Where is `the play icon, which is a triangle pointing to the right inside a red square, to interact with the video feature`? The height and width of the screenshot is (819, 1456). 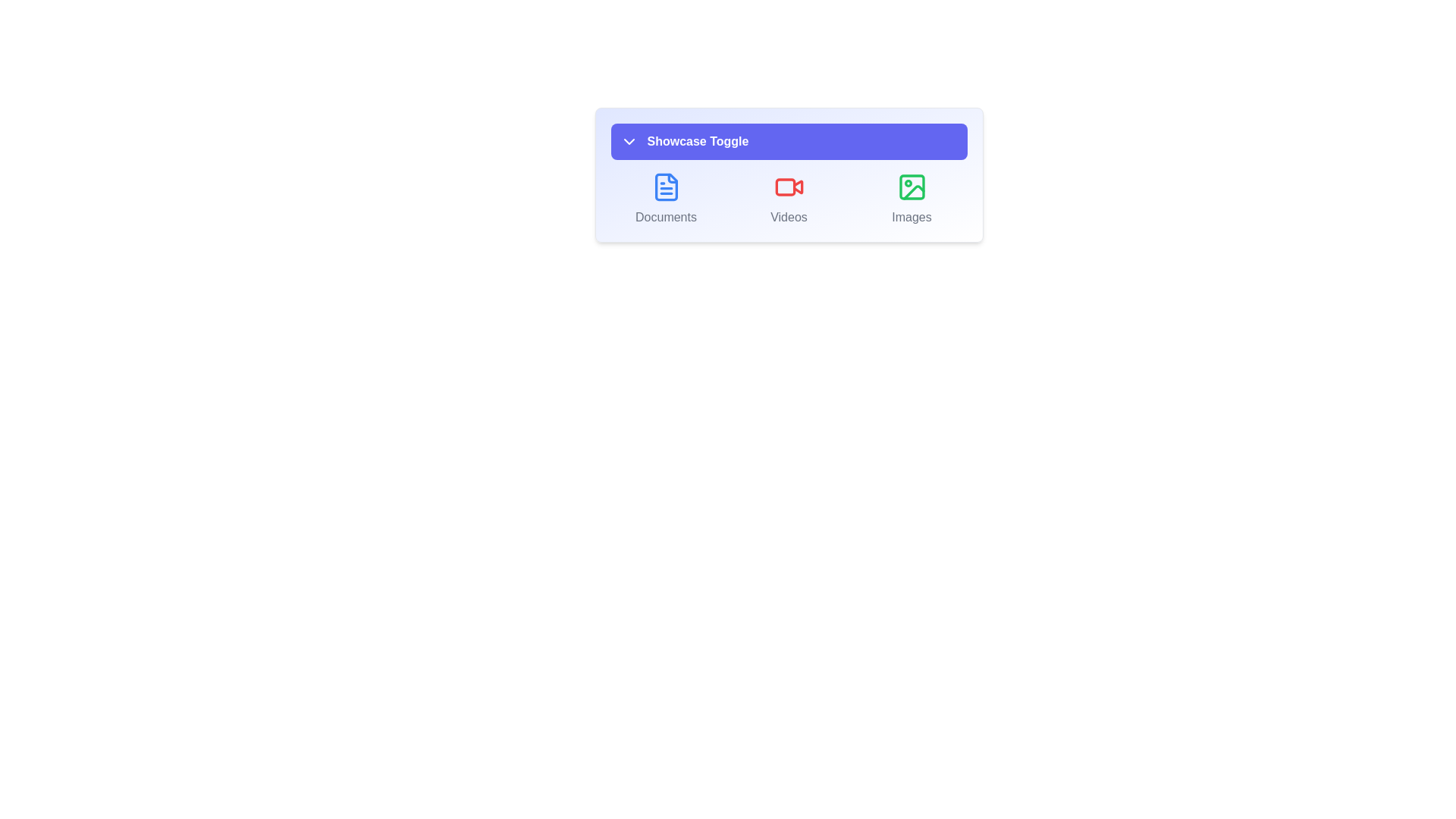
the play icon, which is a triangle pointing to the right inside a red square, to interact with the video feature is located at coordinates (796, 186).